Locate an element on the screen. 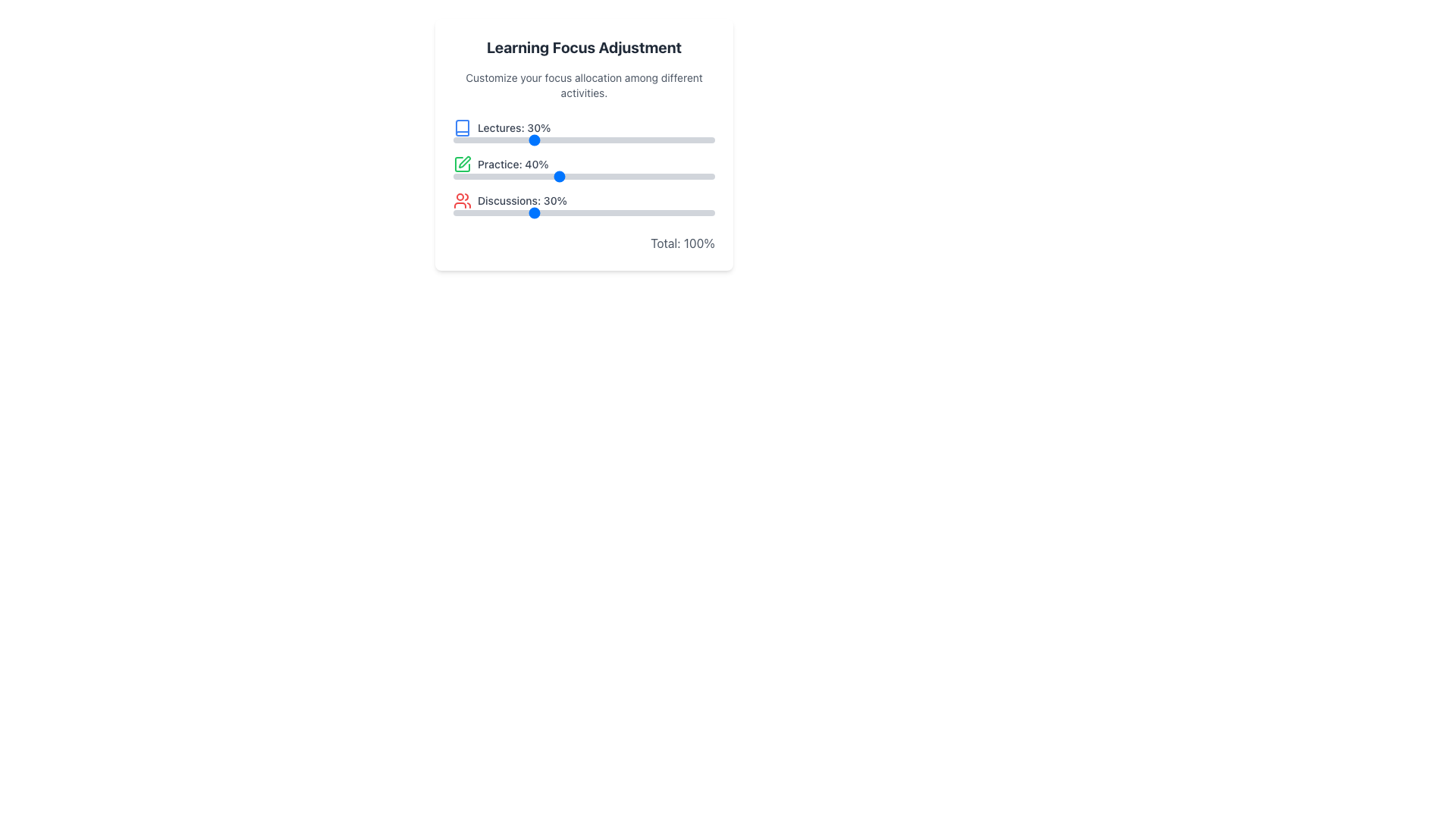  the 'Practice' slider is located at coordinates (583, 175).